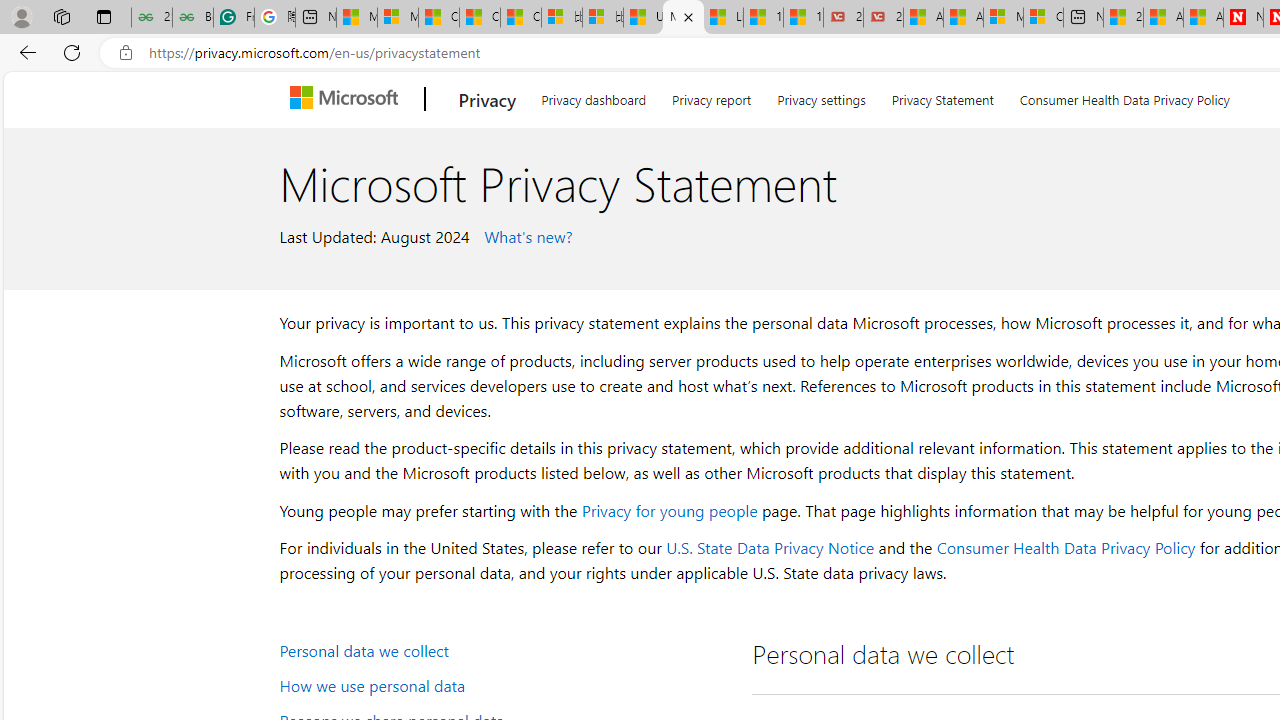  What do you see at coordinates (669, 509) in the screenshot?
I see `'Privacy for young people'` at bounding box center [669, 509].